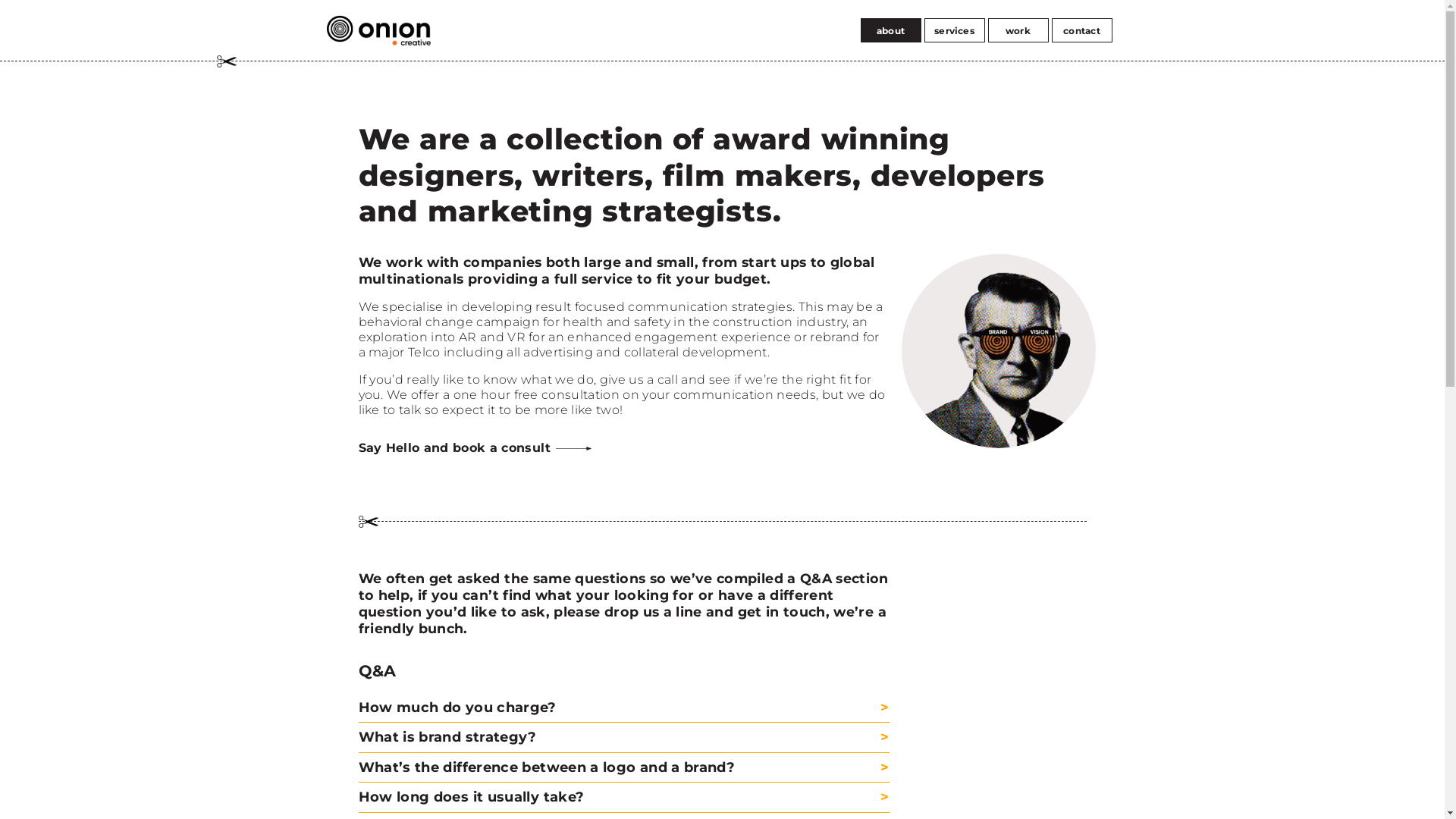 This screenshot has width=1456, height=819. Describe the element at coordinates (890, 30) in the screenshot. I see `'about'` at that location.